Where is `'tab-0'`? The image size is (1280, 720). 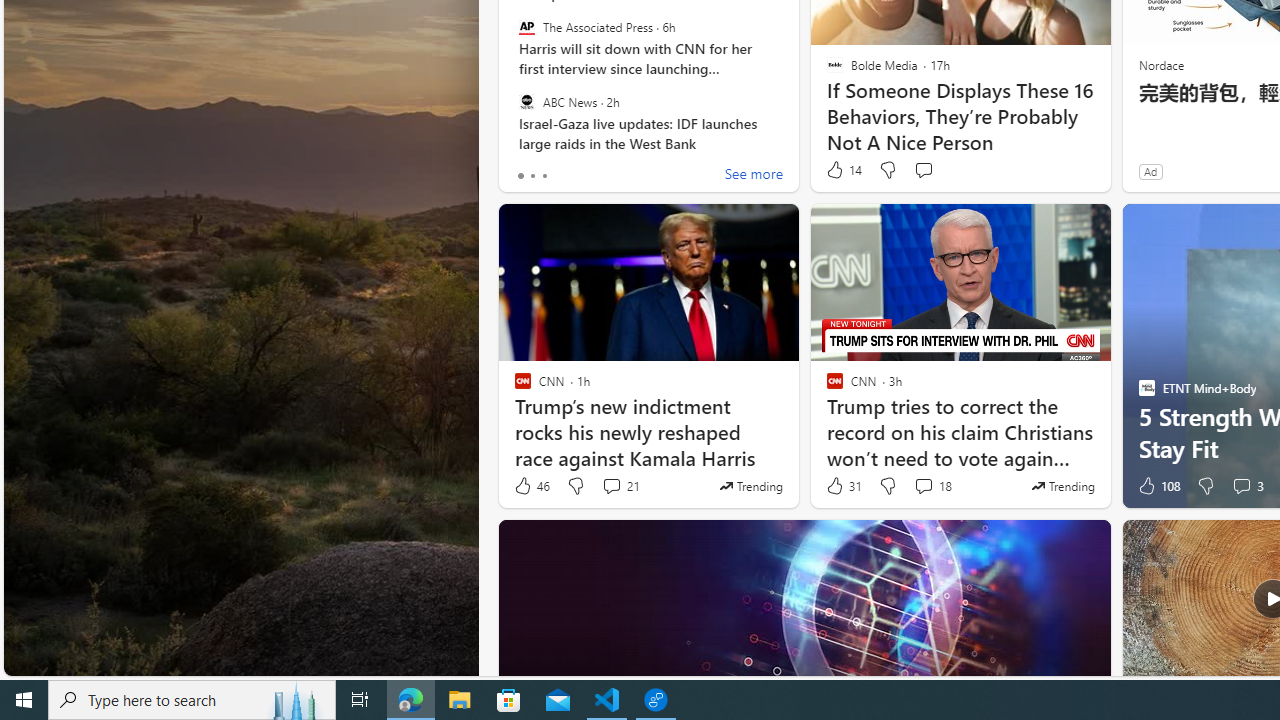
'tab-0' is located at coordinates (520, 175).